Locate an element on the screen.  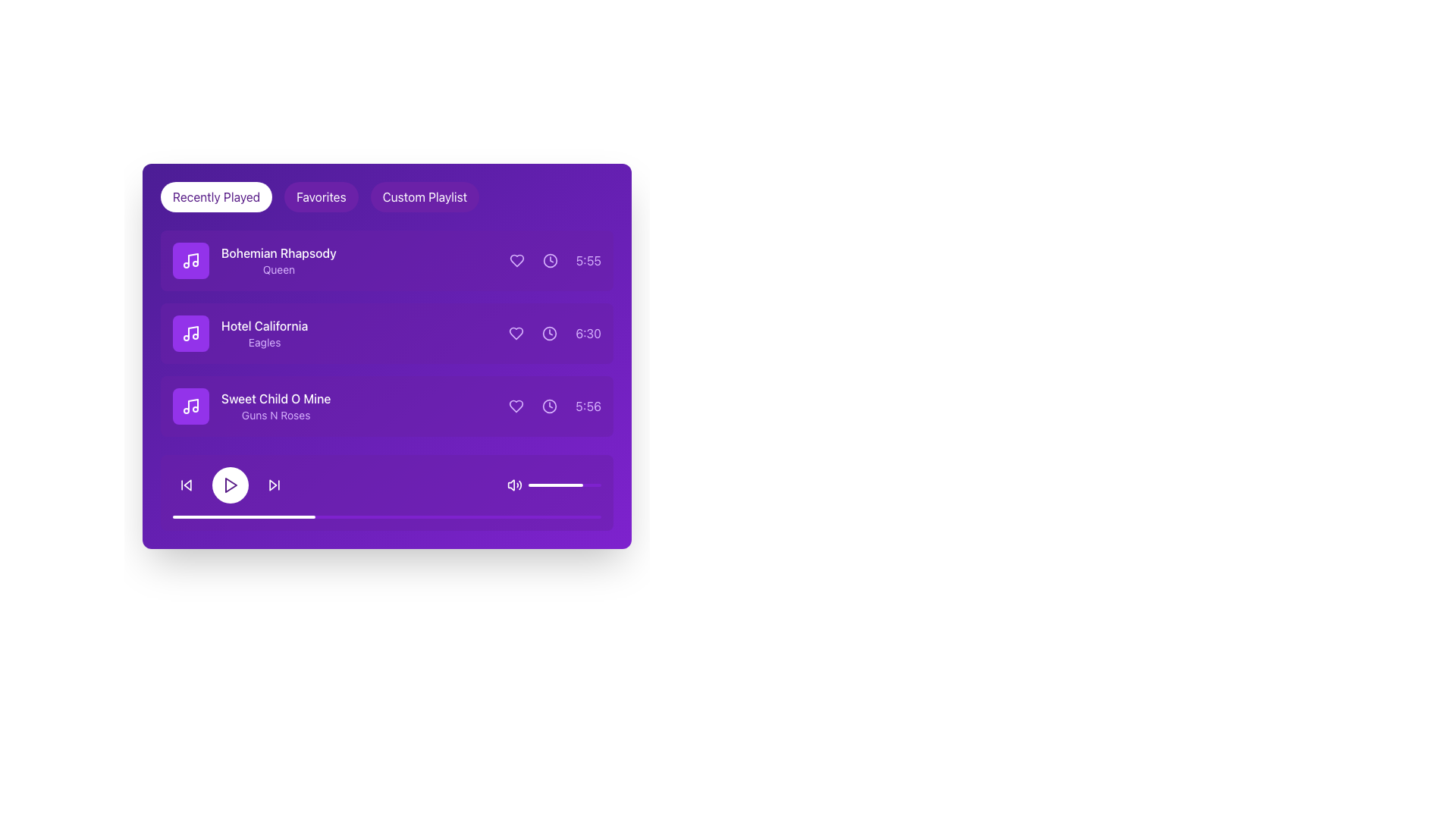
the progress bar is located at coordinates (467, 516).